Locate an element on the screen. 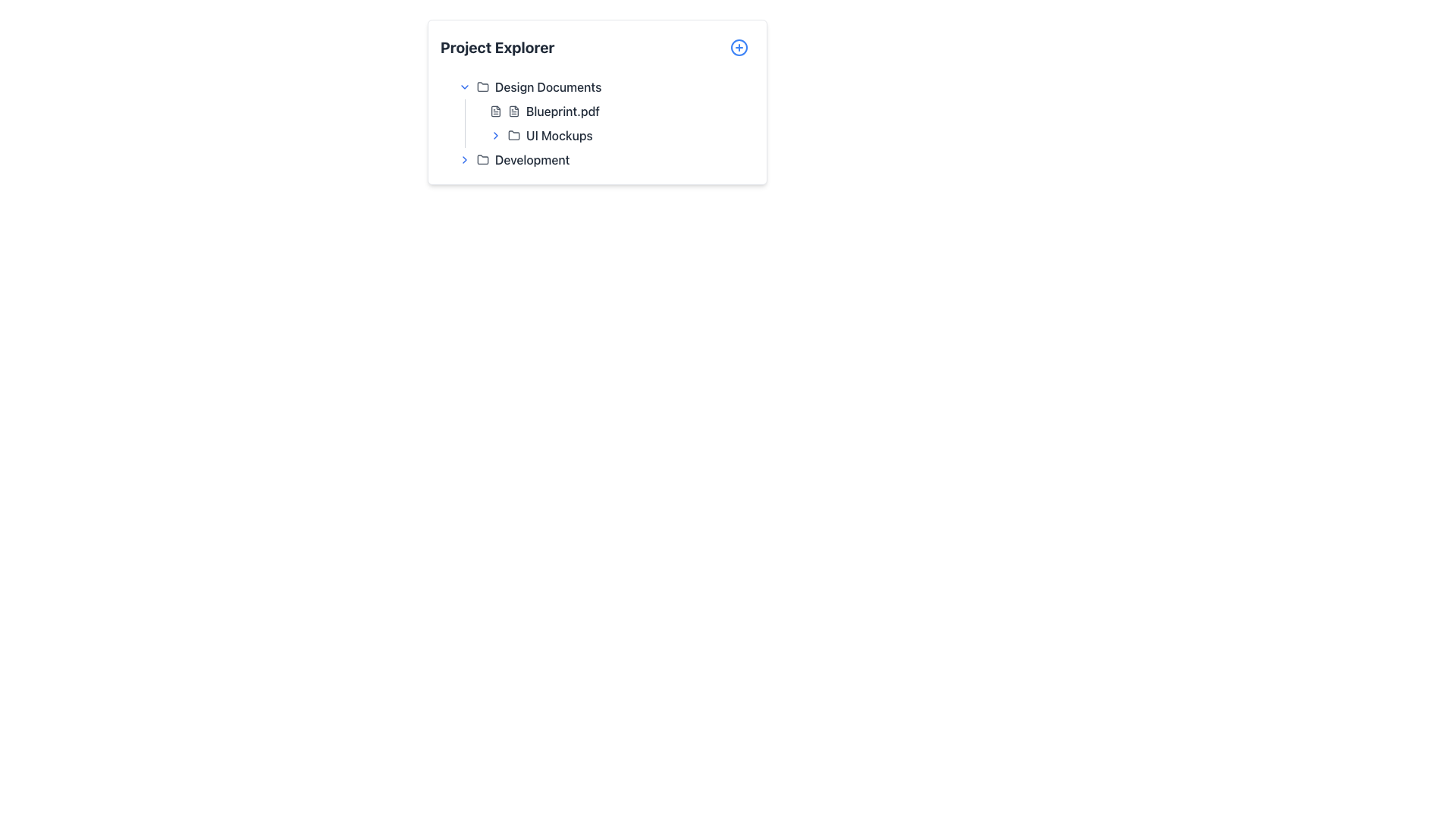 This screenshot has width=1456, height=819. the folder icon indicating the 'Development' entry is located at coordinates (482, 158).